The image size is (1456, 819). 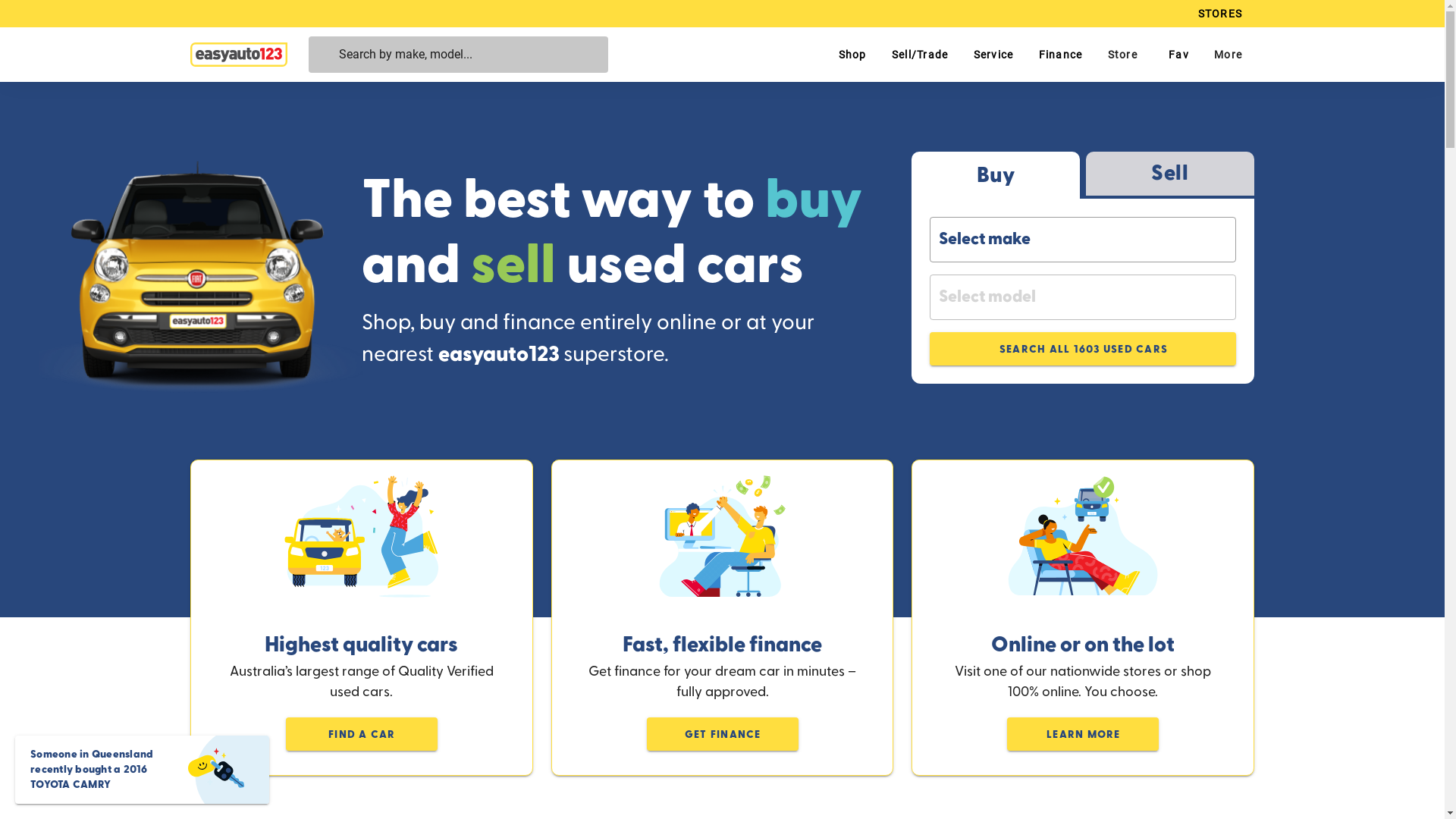 What do you see at coordinates (645, 733) in the screenshot?
I see `'GET FINANCE'` at bounding box center [645, 733].